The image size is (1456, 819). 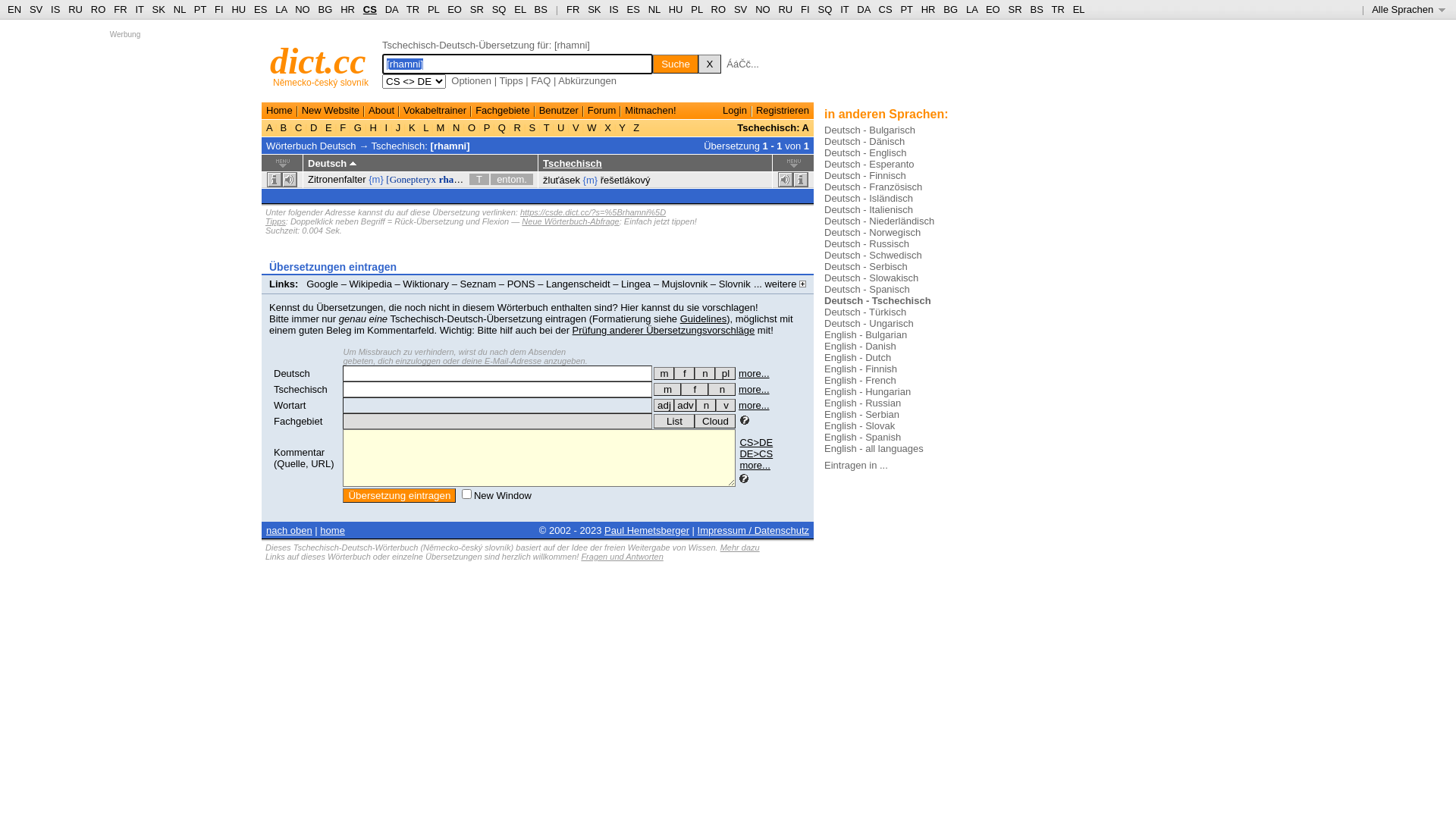 I want to click on 'f', so click(x=683, y=373).